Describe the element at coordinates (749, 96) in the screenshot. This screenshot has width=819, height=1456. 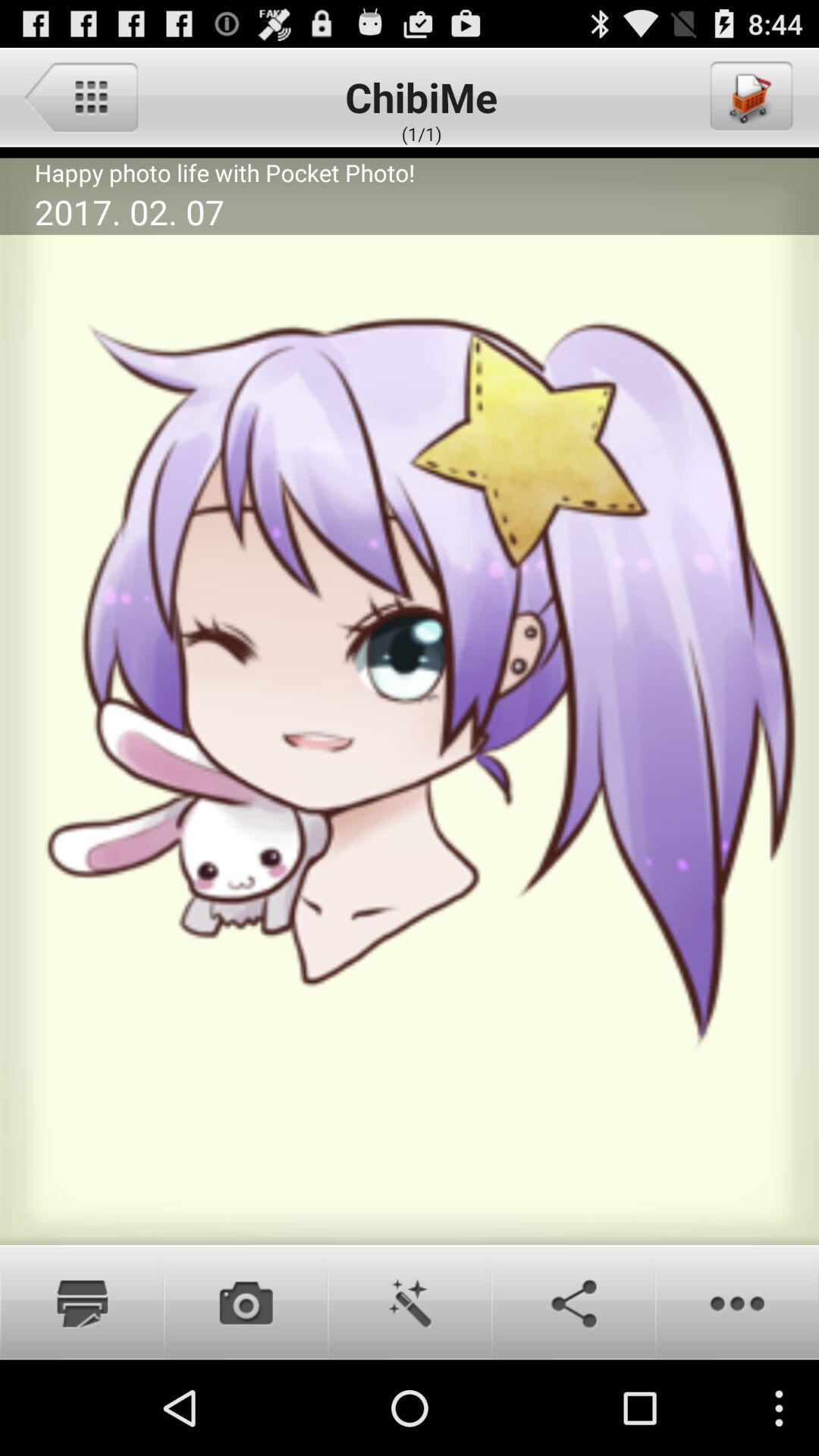
I see `the app next to the chibime` at that location.